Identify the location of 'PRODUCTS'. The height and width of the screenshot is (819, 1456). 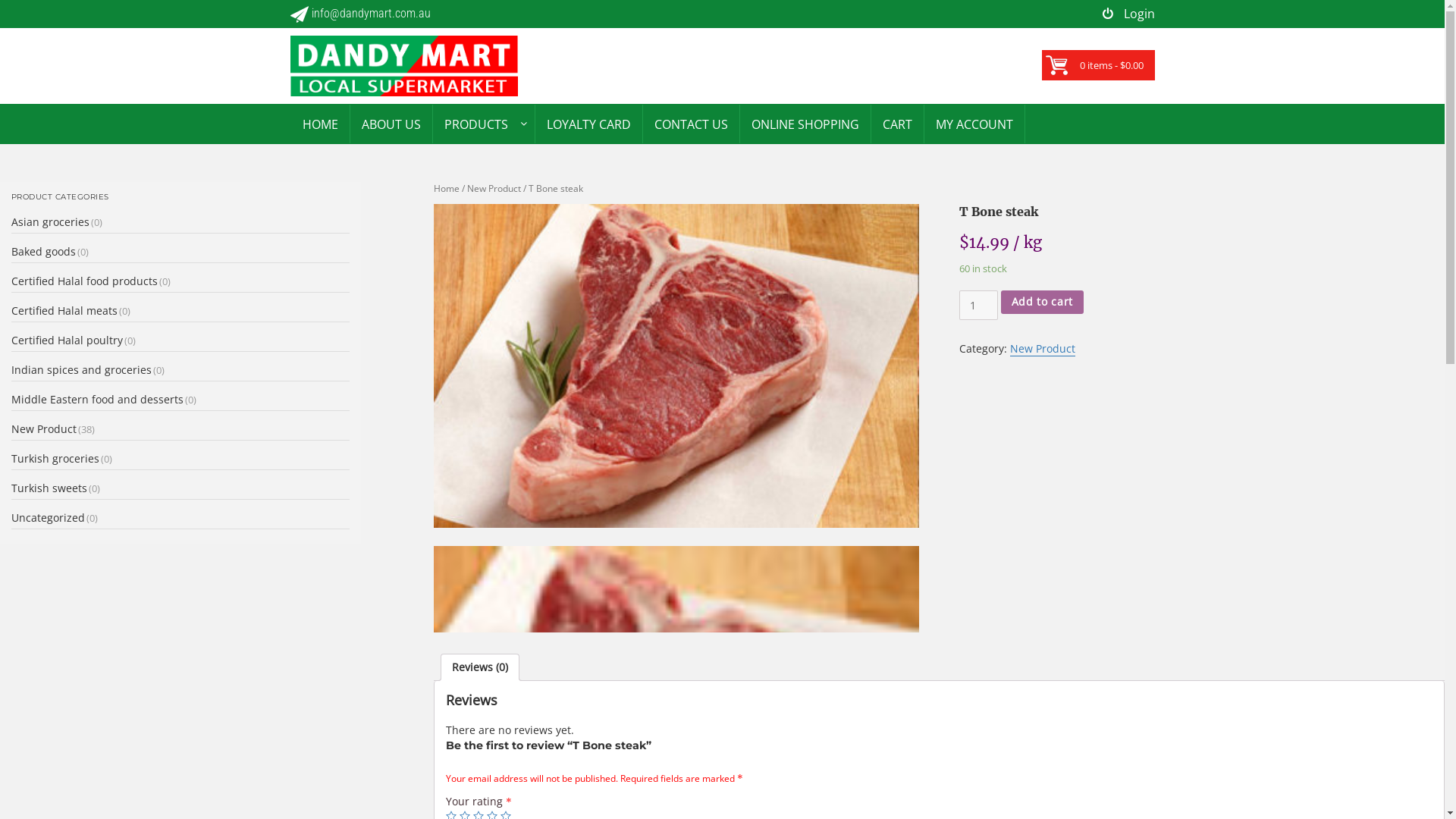
(475, 123).